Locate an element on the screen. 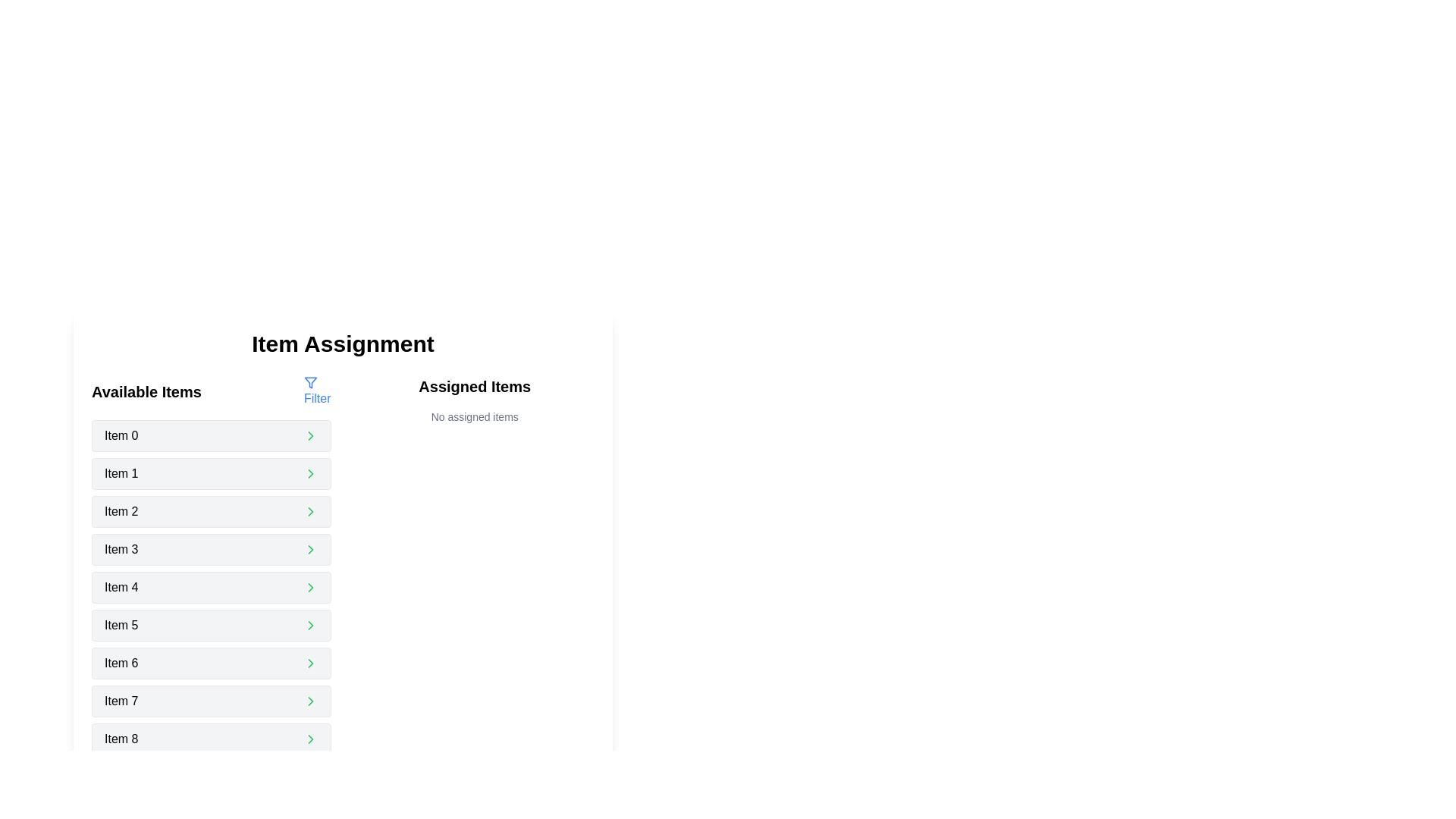  the blue funnel-shaped filter icon located next to the 'Filter' label in the header section above the item lists is located at coordinates (309, 382).